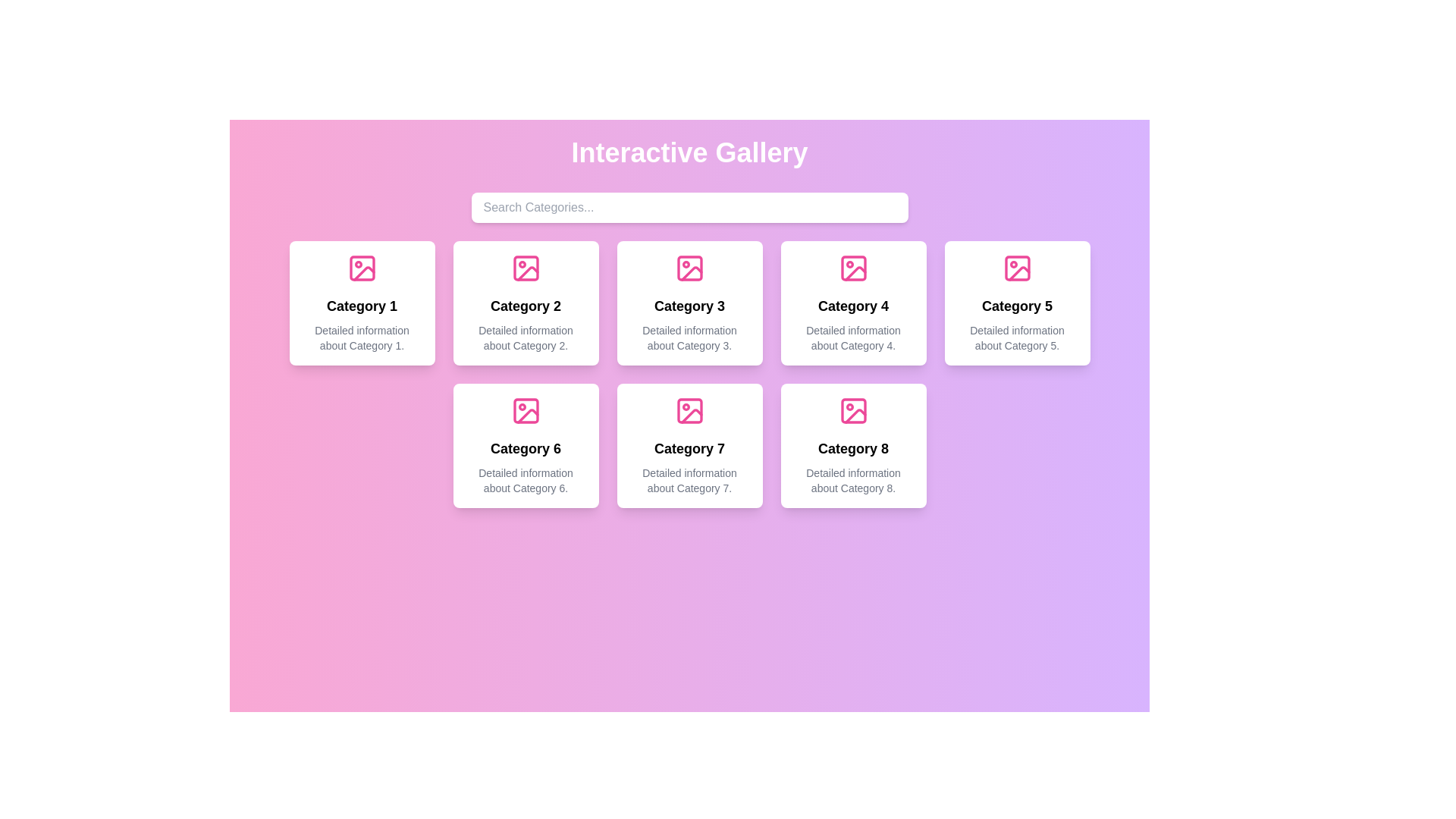 This screenshot has height=819, width=1456. I want to click on the text content of the title label located in the second row and third position of the card layout, which identifies the card's content clearly, so click(689, 447).